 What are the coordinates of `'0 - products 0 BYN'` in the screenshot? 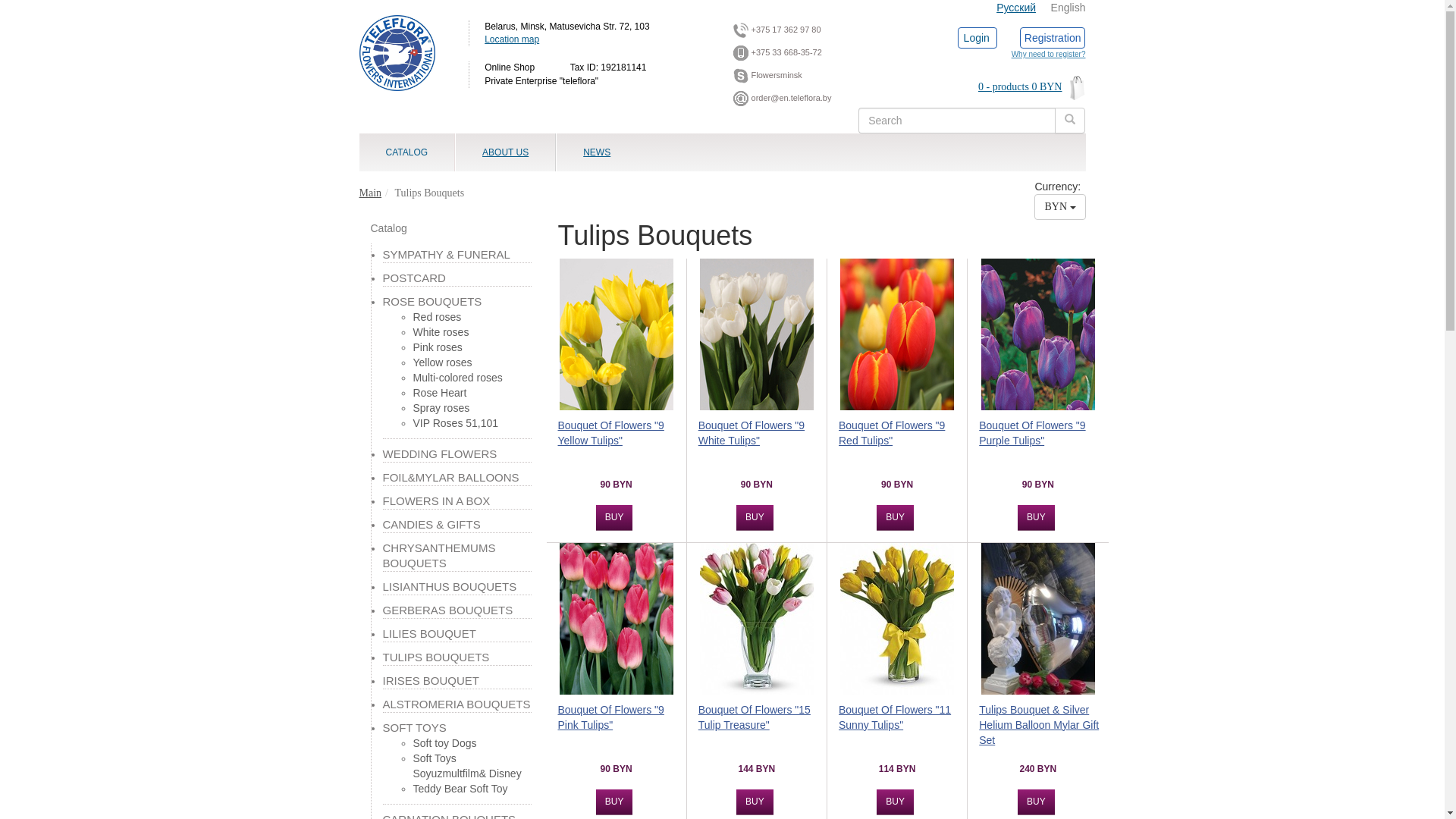 It's located at (1001, 84).